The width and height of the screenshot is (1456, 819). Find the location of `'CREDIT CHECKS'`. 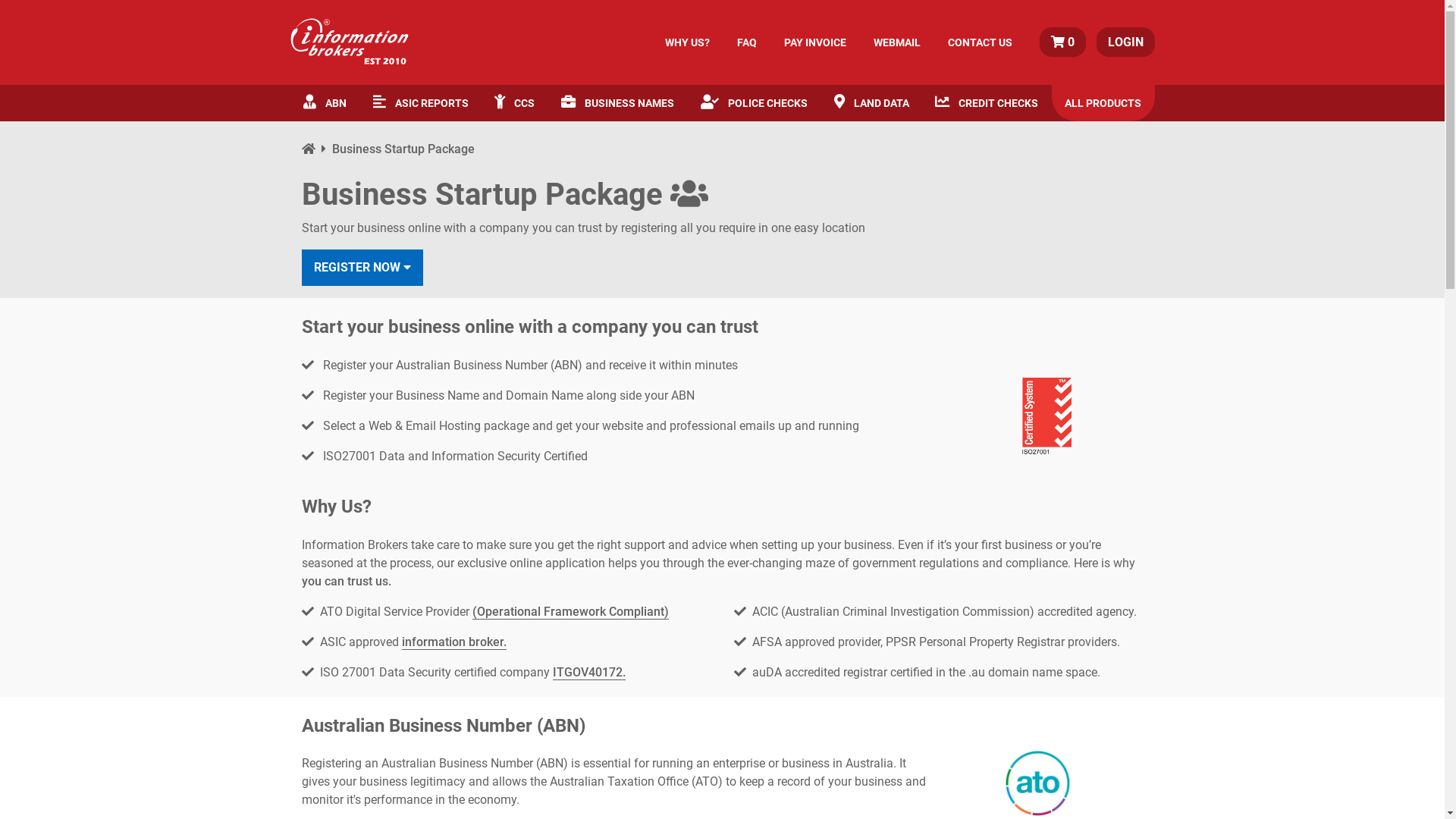

'CREDIT CHECKS' is located at coordinates (921, 102).